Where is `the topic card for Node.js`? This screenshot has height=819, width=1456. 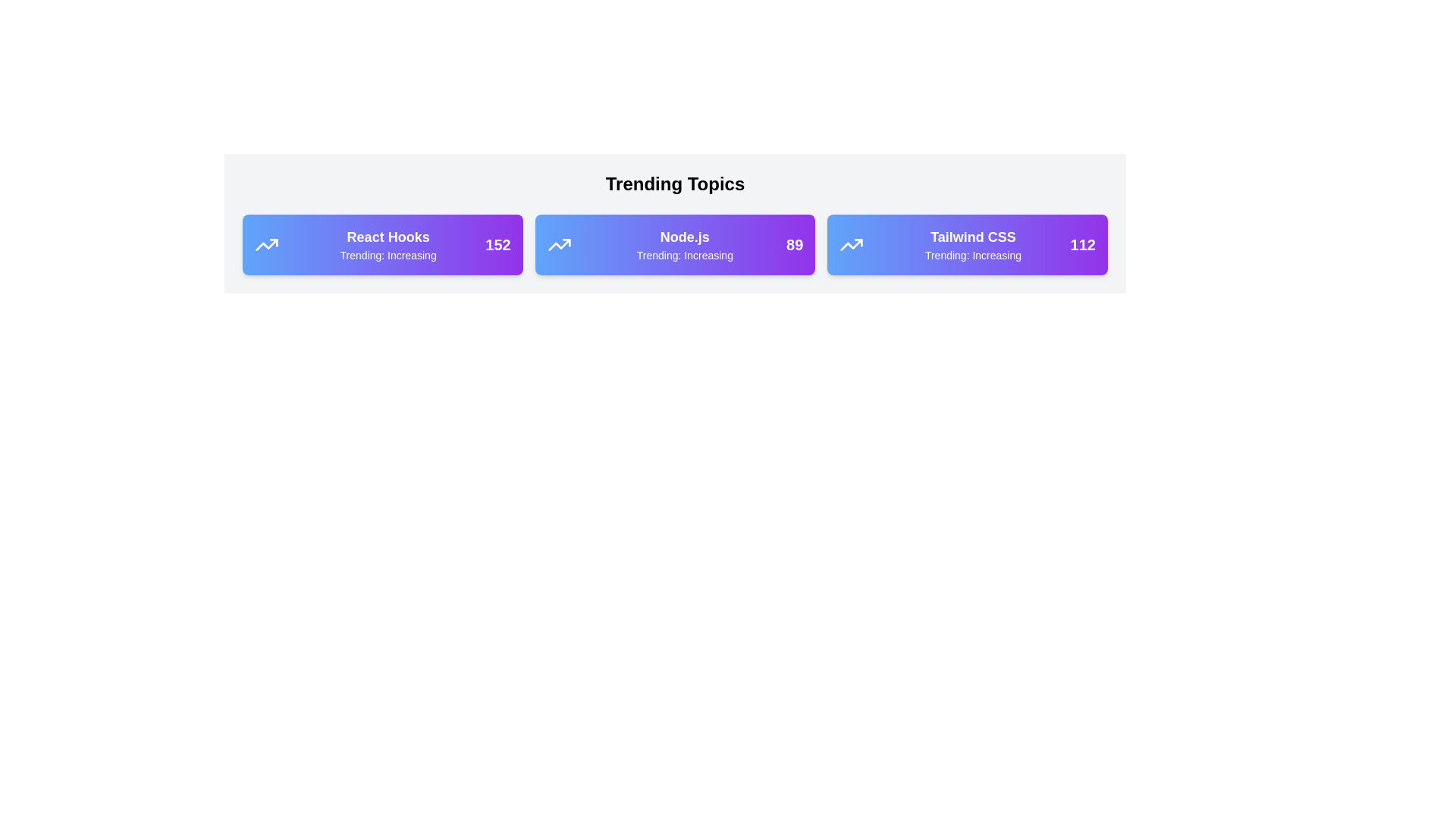 the topic card for Node.js is located at coordinates (674, 244).